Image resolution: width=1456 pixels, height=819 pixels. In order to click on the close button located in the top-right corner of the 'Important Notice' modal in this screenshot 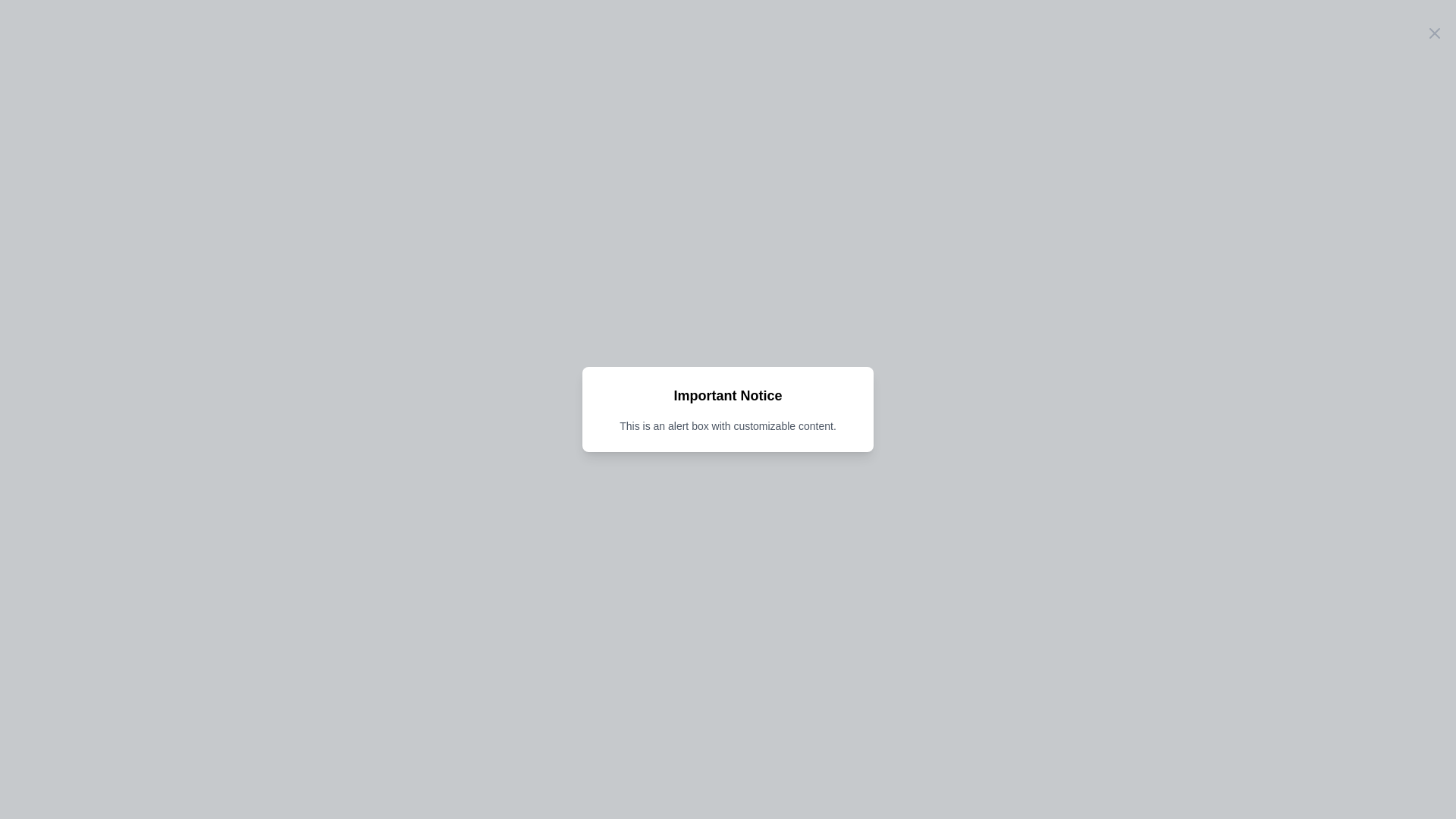, I will do `click(1433, 33)`.